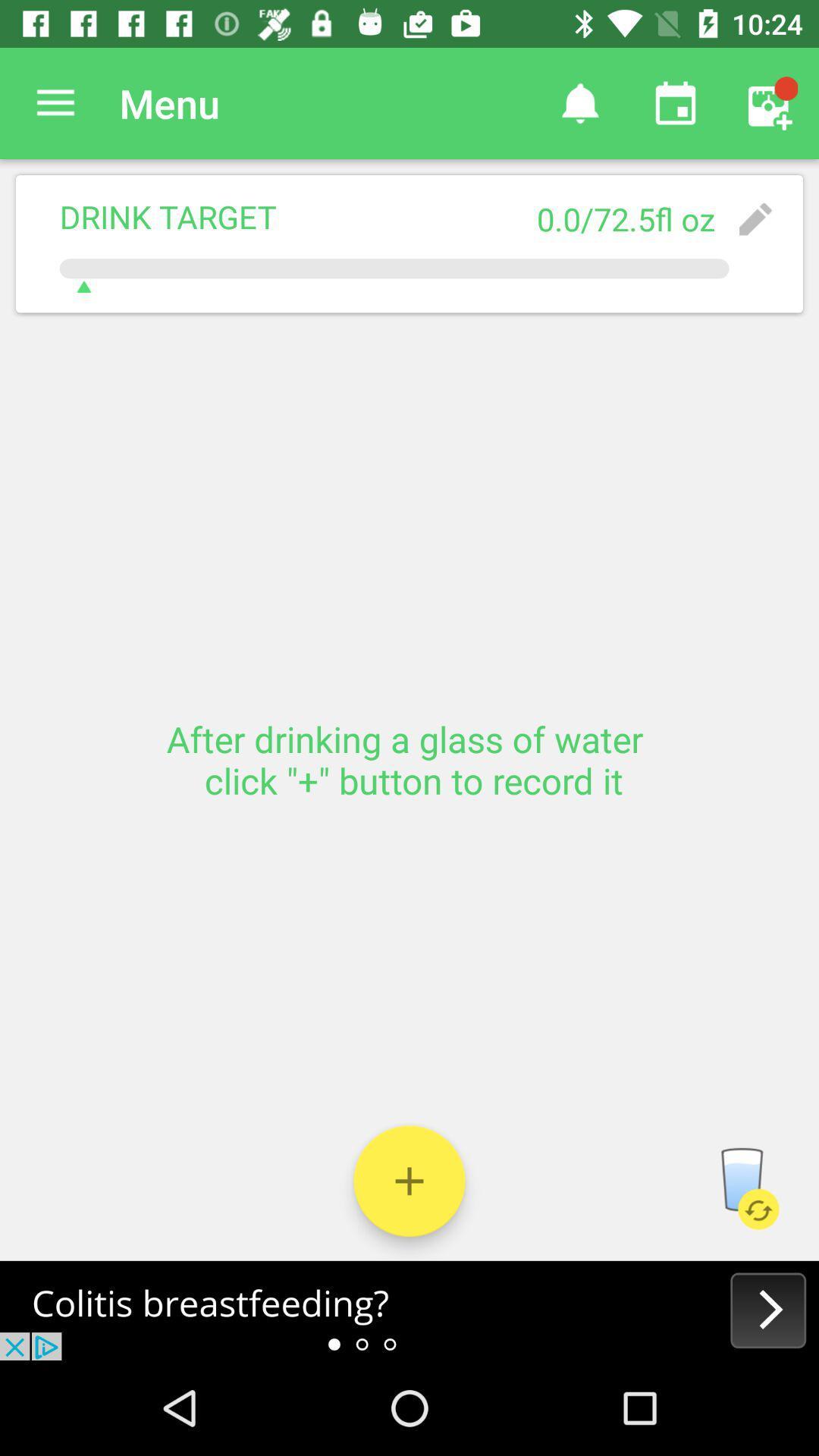 This screenshot has width=819, height=1456. I want to click on open menu, so click(55, 102).